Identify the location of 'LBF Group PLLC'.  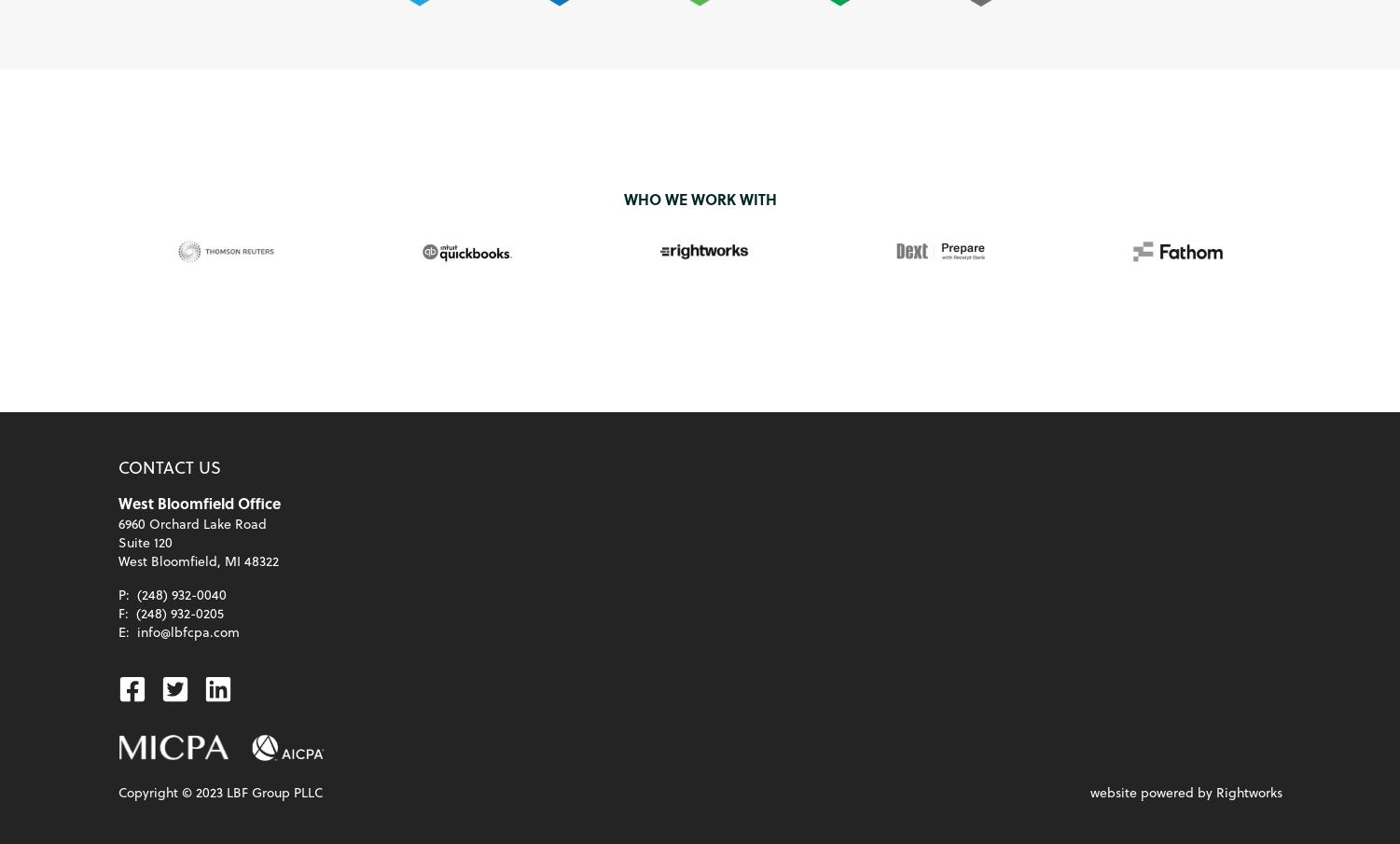
(221, 791).